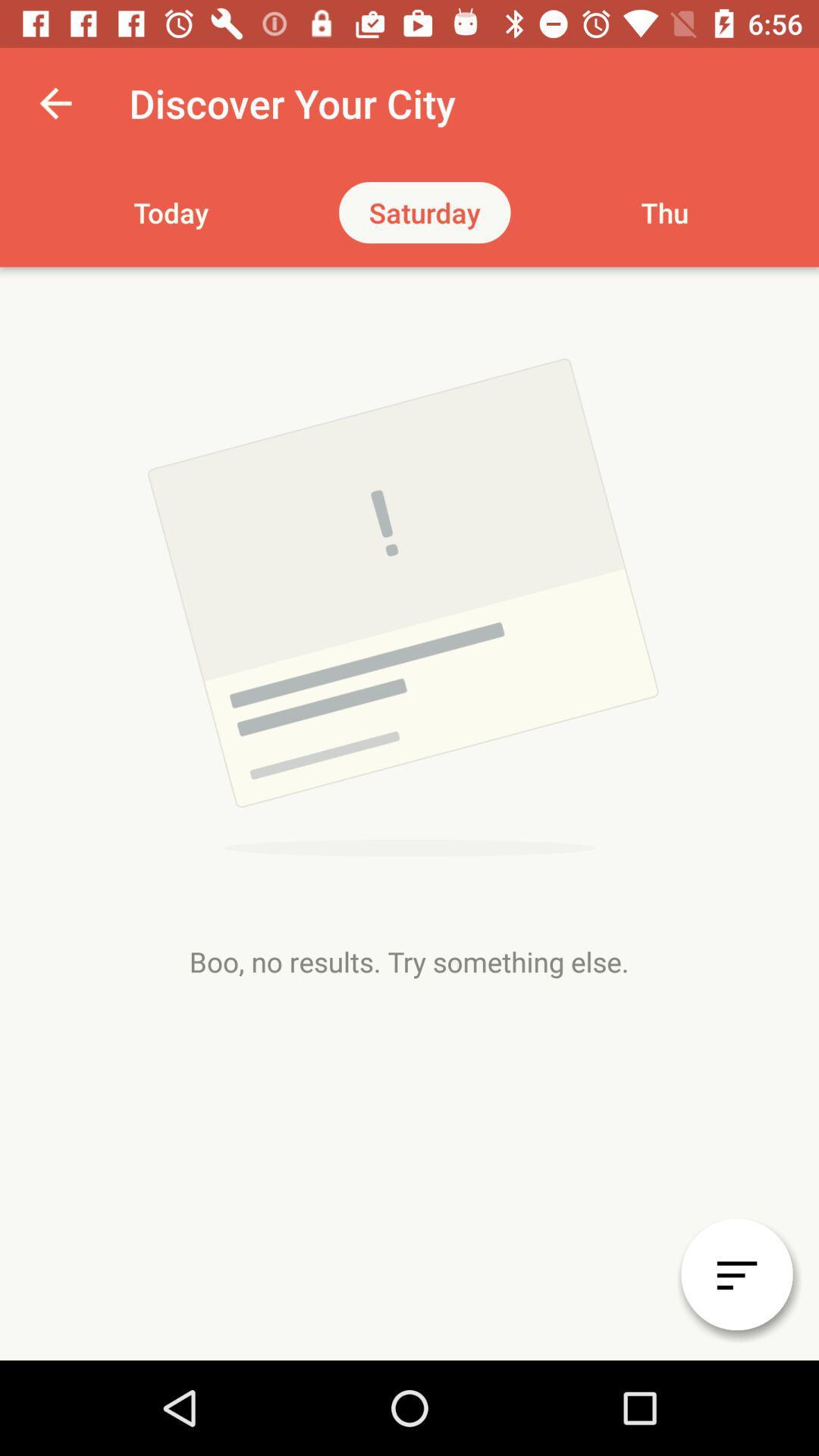  What do you see at coordinates (55, 102) in the screenshot?
I see `icon to the left of the  discover your city app` at bounding box center [55, 102].